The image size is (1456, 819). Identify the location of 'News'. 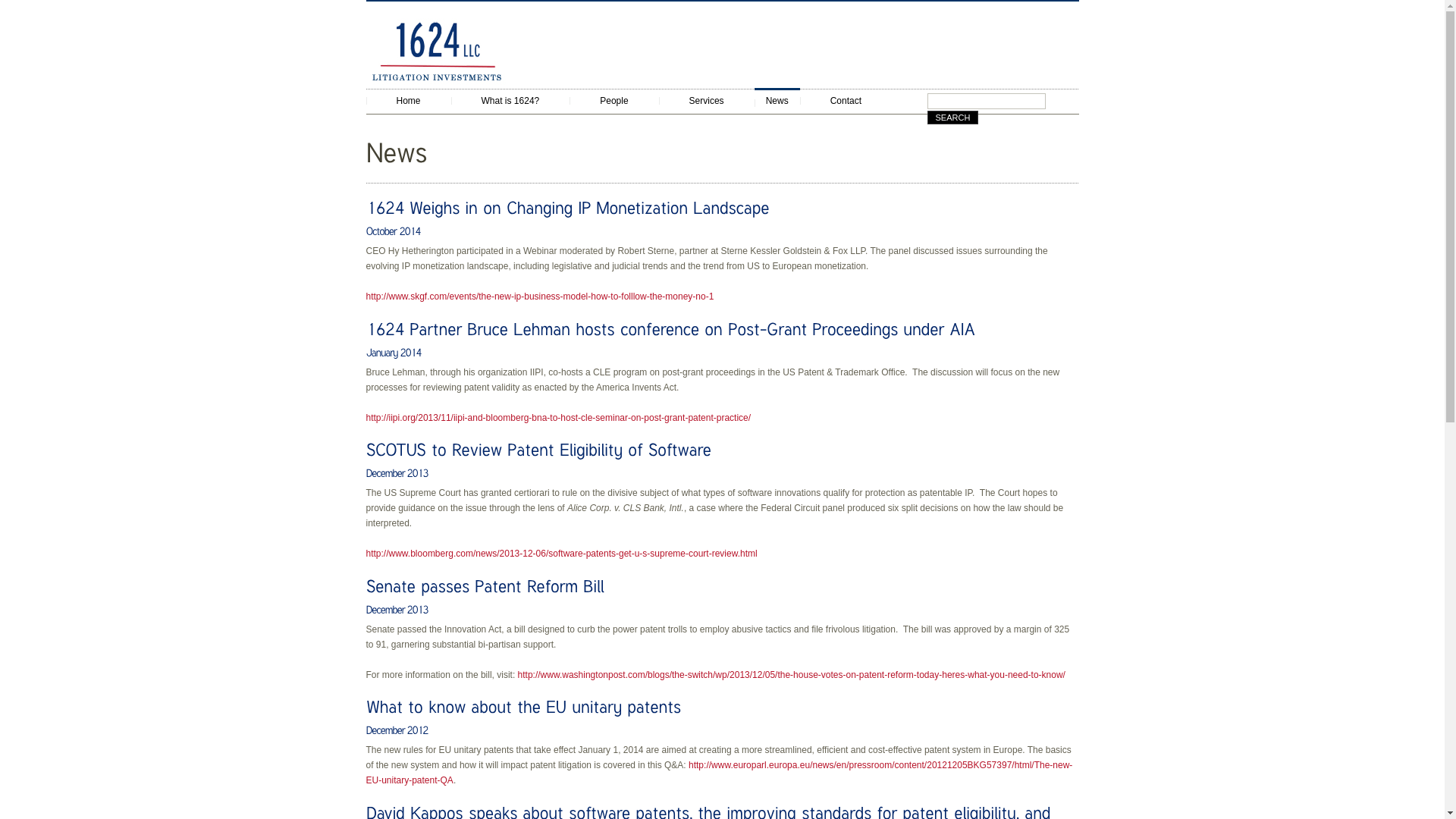
(777, 102).